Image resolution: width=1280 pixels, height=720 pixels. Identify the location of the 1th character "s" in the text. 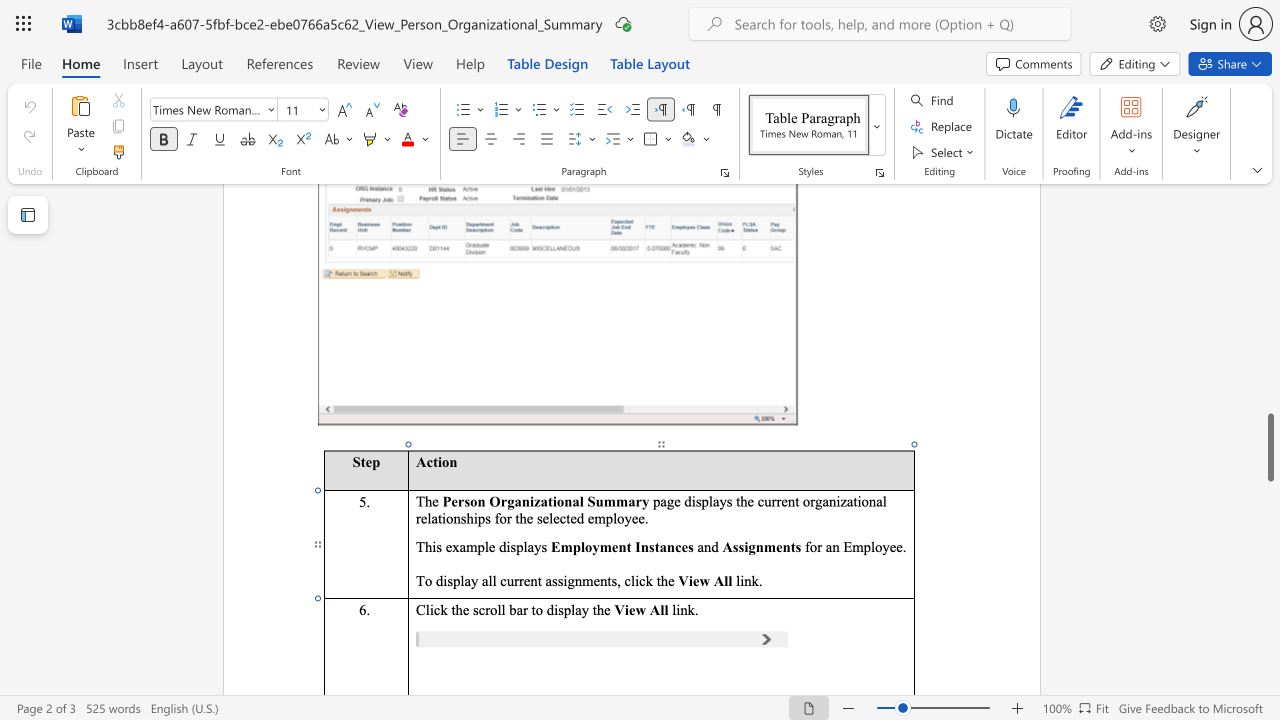
(734, 547).